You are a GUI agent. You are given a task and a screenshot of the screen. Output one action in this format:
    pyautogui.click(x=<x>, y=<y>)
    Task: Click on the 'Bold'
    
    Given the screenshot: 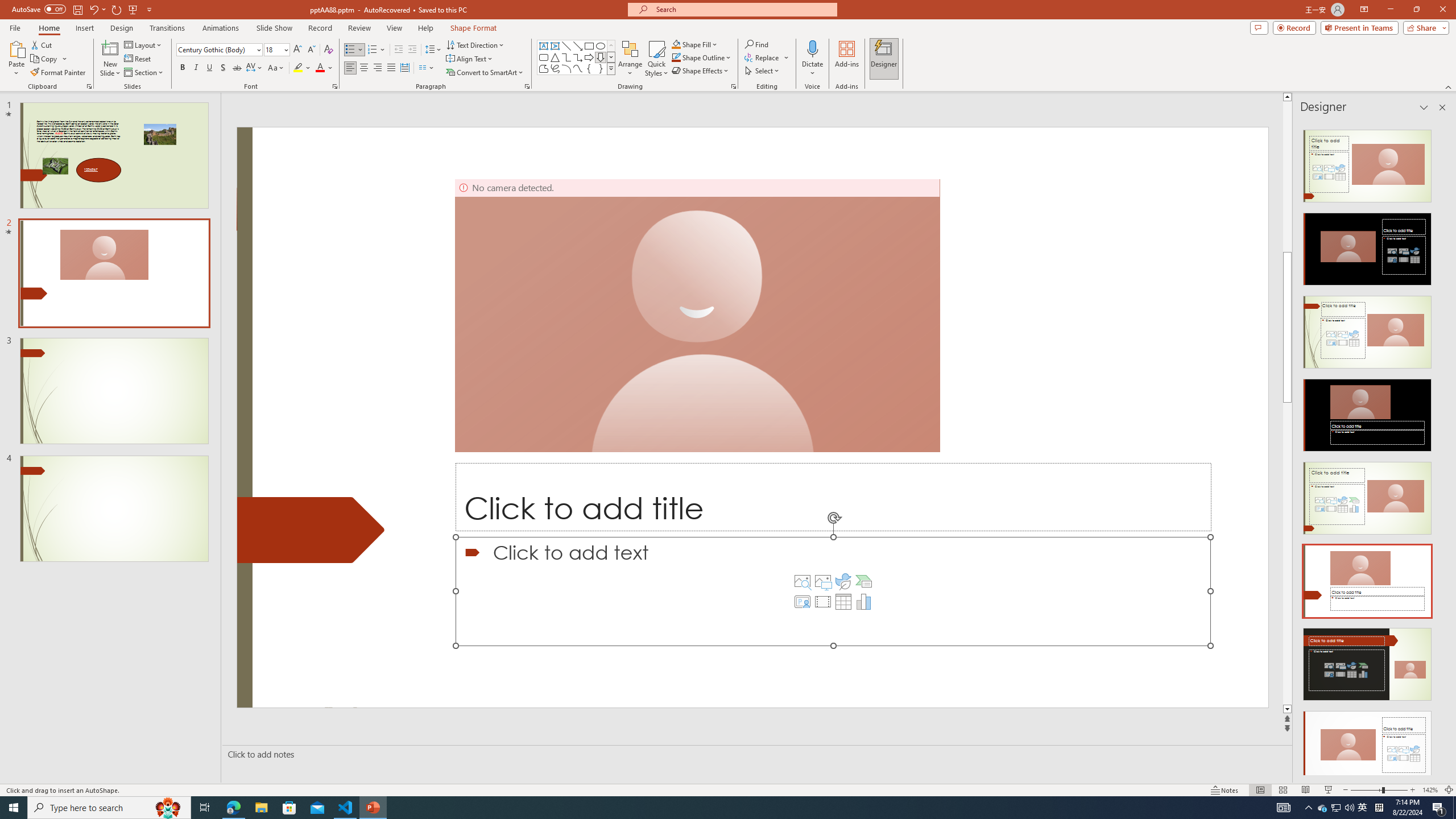 What is the action you would take?
    pyautogui.click(x=183, y=67)
    